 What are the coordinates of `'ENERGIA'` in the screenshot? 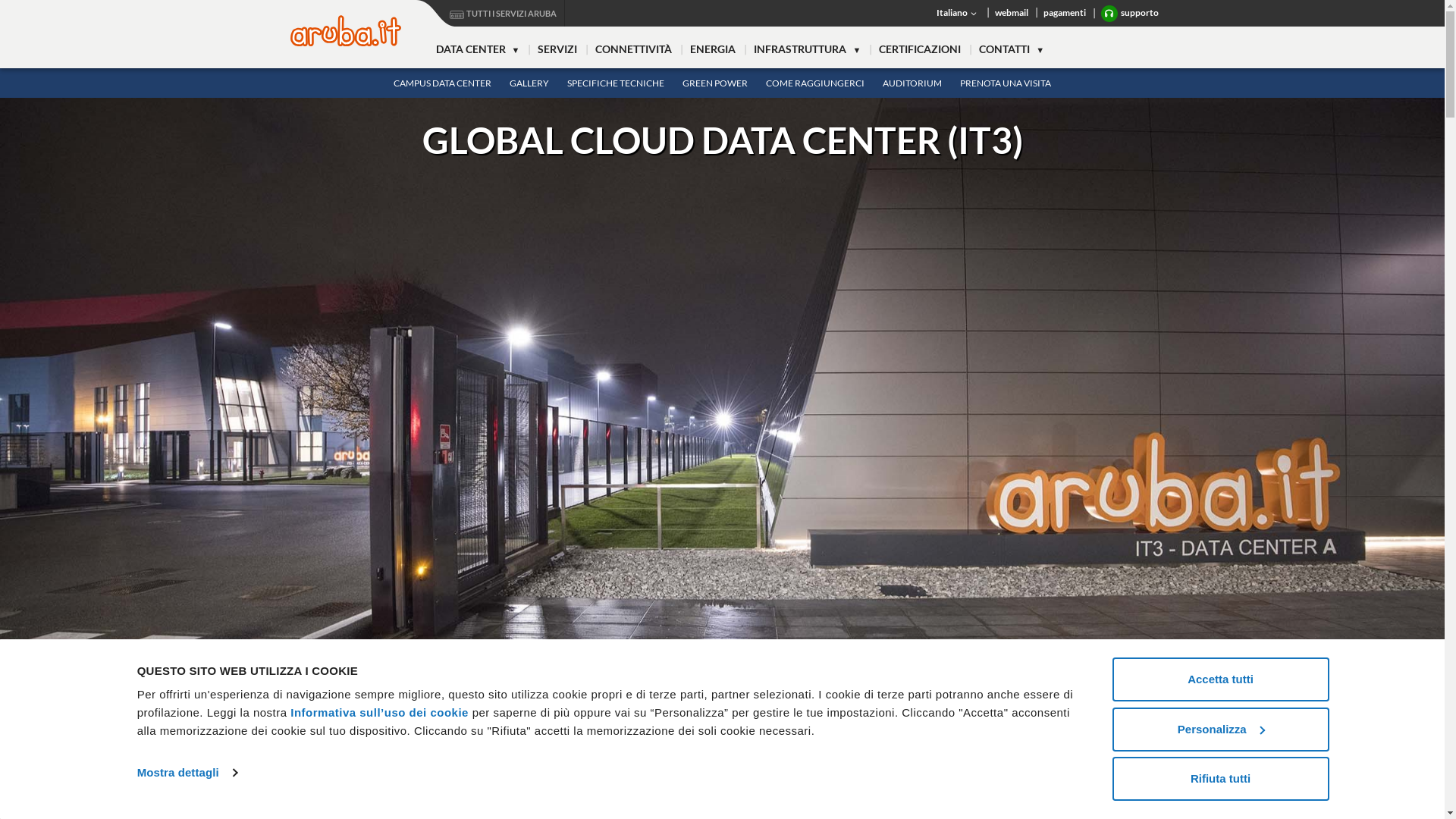 It's located at (712, 49).